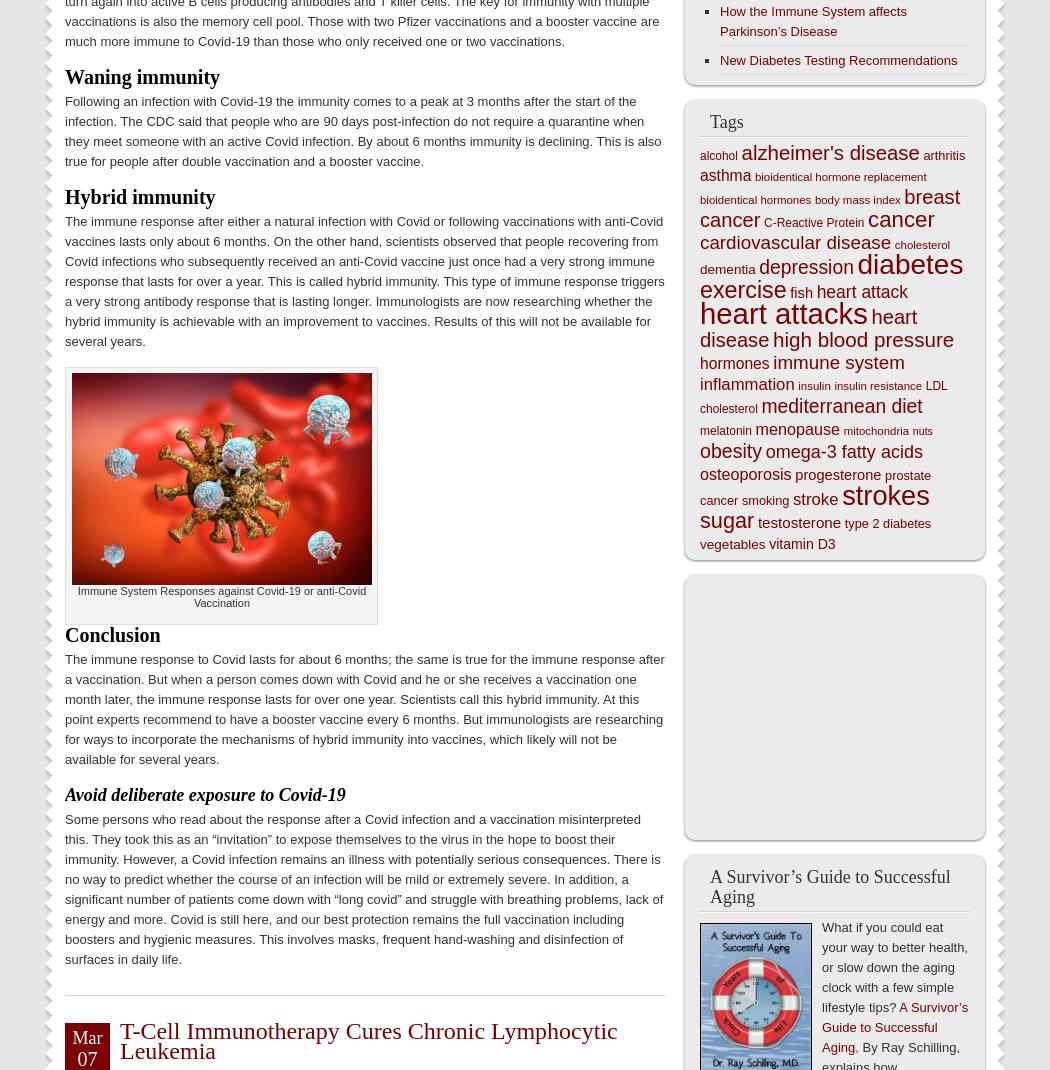 Image resolution: width=1050 pixels, height=1070 pixels. Describe the element at coordinates (796, 427) in the screenshot. I see `'menopause'` at that location.